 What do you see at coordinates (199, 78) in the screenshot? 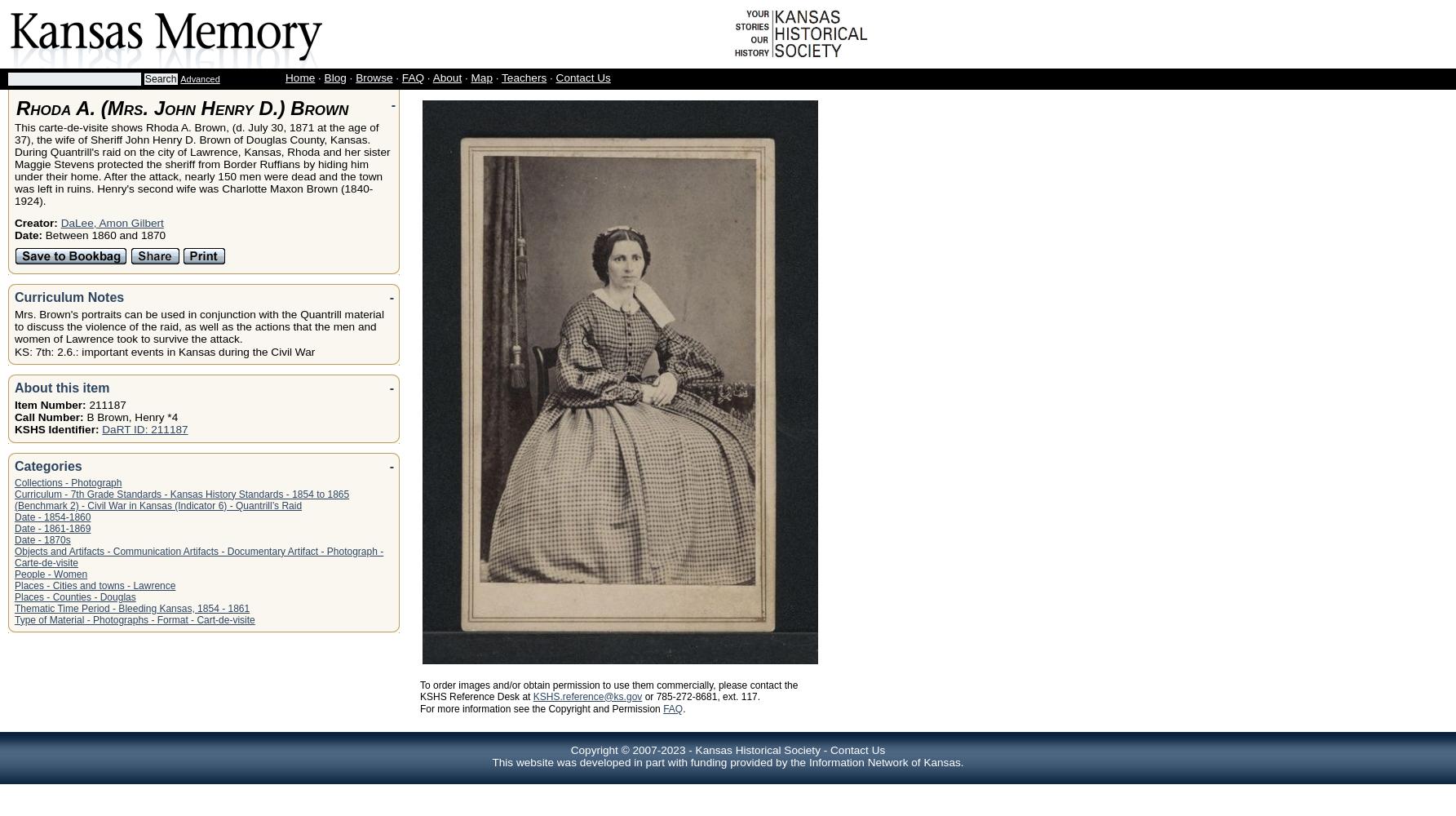
I see `'Advanced'` at bounding box center [199, 78].